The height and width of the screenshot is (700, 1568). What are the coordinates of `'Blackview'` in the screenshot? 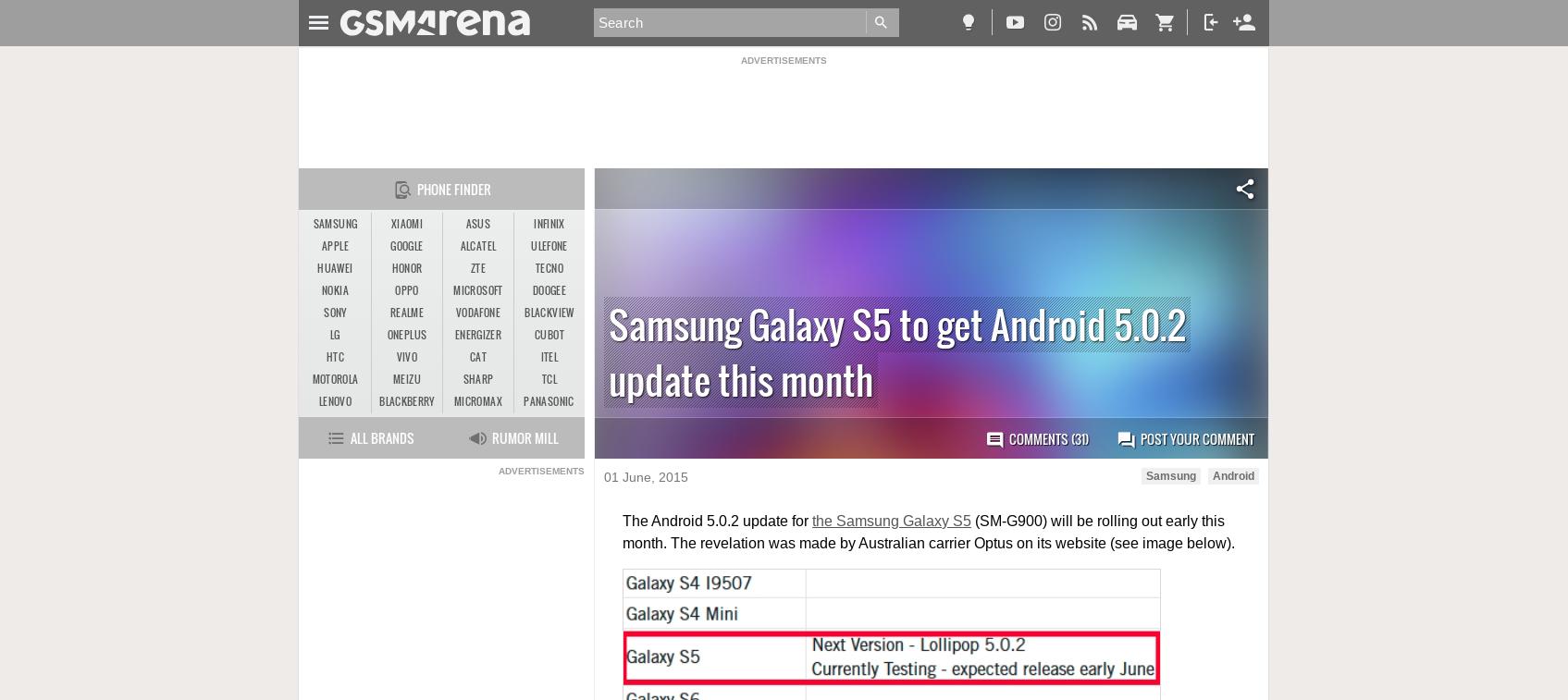 It's located at (548, 312).